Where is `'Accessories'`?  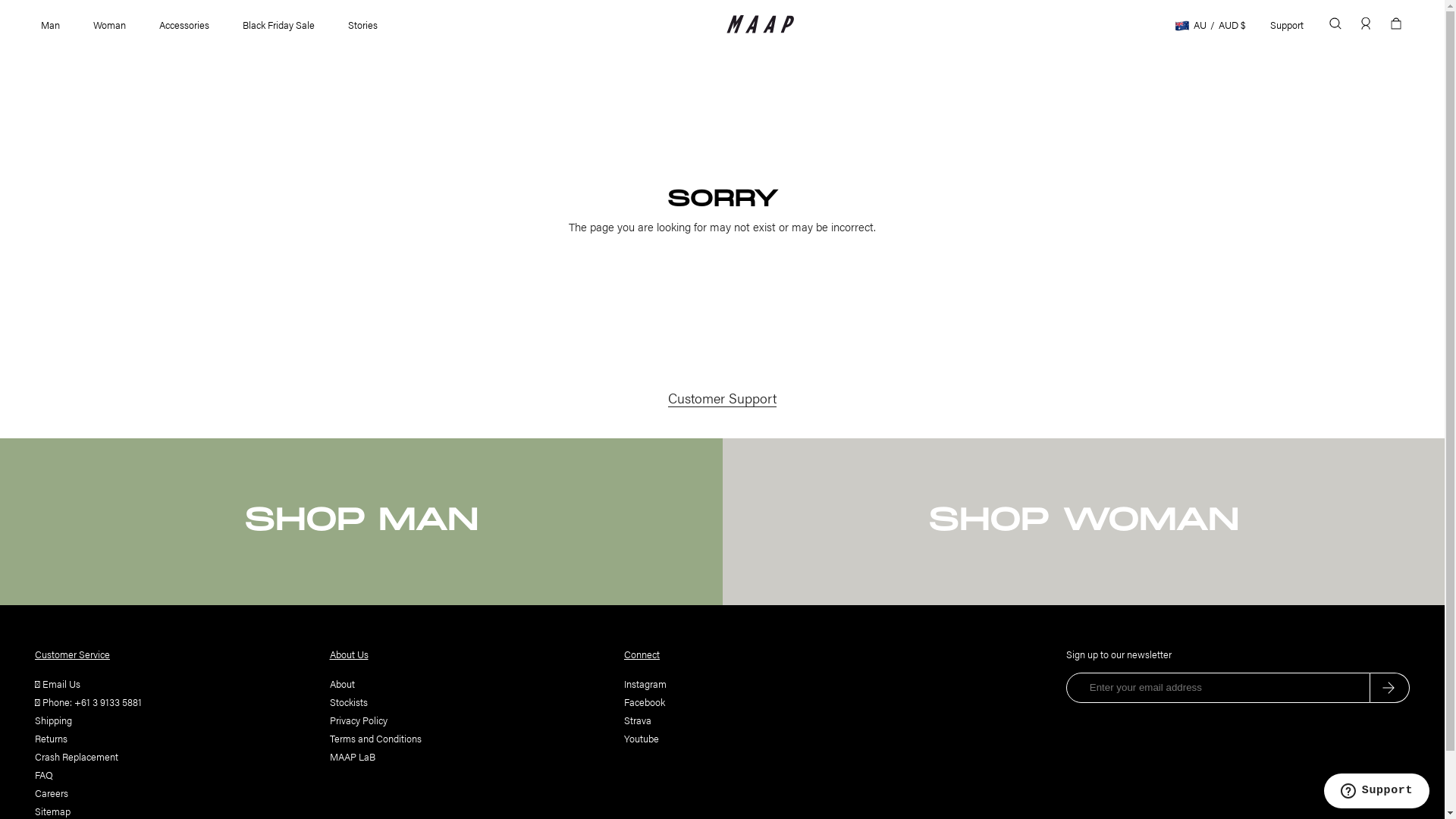 'Accessories' is located at coordinates (184, 24).